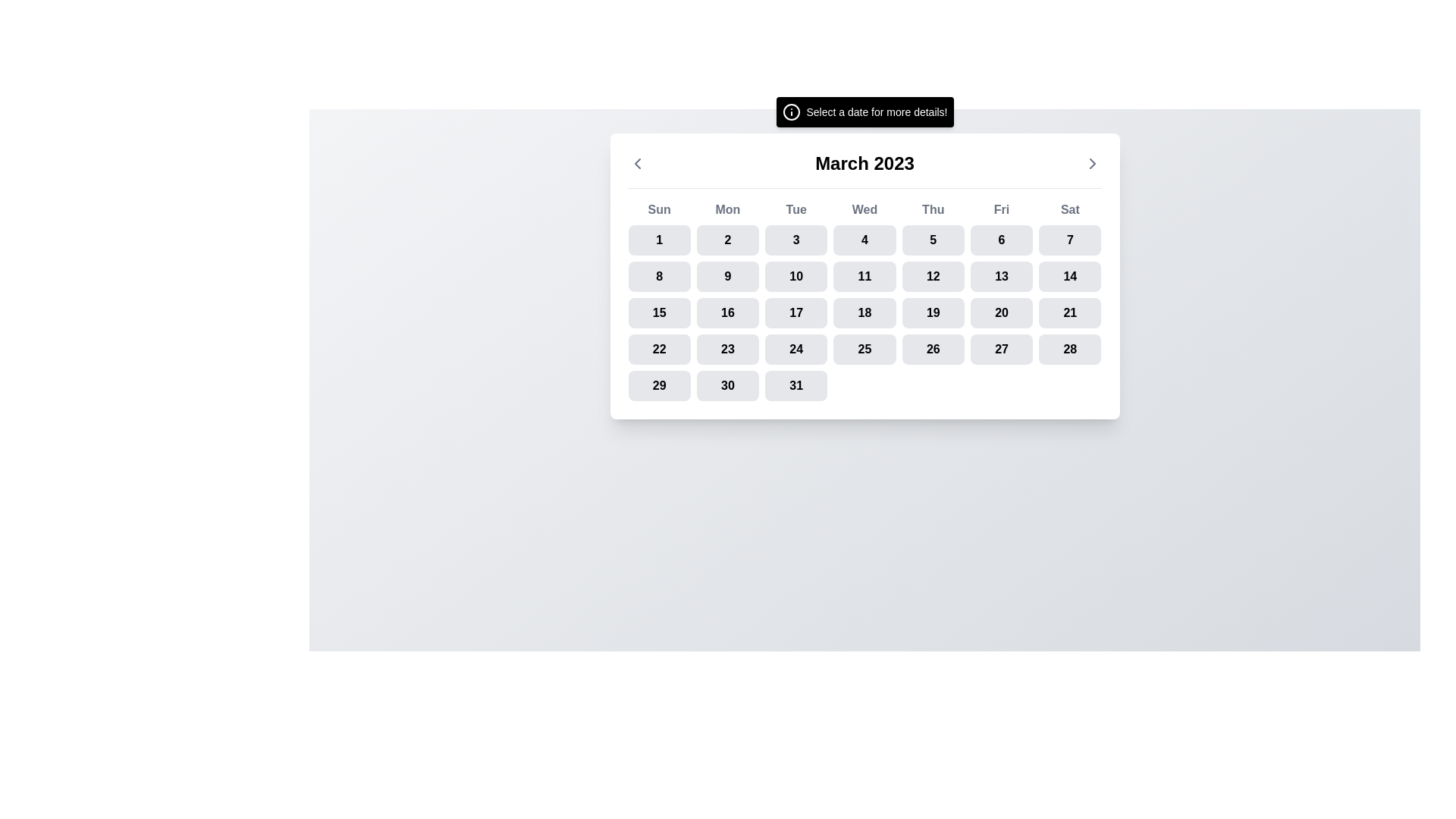 This screenshot has width=1456, height=819. What do you see at coordinates (1069, 350) in the screenshot?
I see `the button representing the 28th day in the calendar` at bounding box center [1069, 350].